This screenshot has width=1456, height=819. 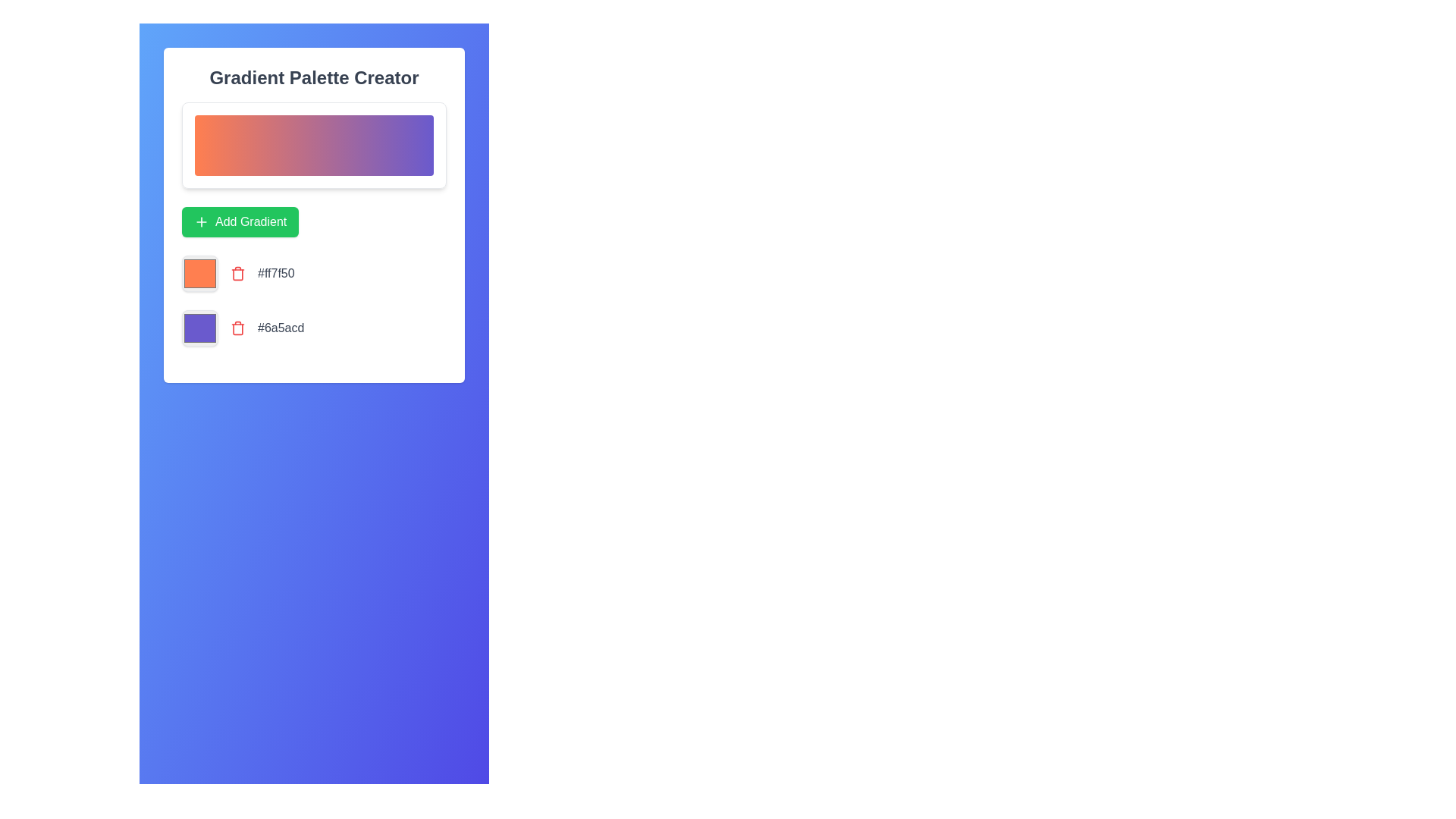 What do you see at coordinates (313, 327) in the screenshot?
I see `the color swatch in the interactive color option located below the 'Add Gradient' button` at bounding box center [313, 327].